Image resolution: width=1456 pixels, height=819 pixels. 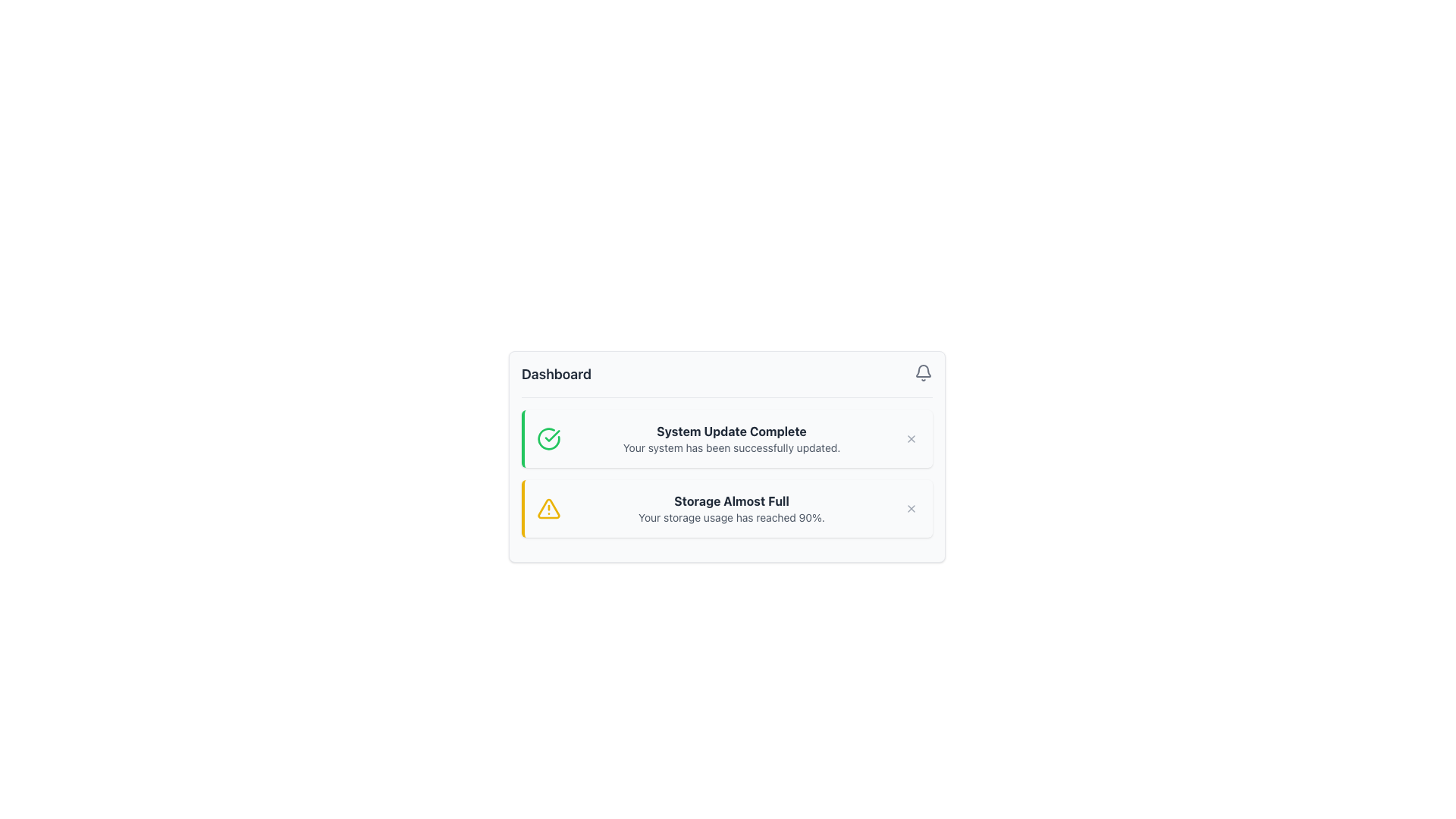 I want to click on message displayed in the Text label that indicates the alert status of storage usage, located in the middle section of a notification card, so click(x=731, y=500).